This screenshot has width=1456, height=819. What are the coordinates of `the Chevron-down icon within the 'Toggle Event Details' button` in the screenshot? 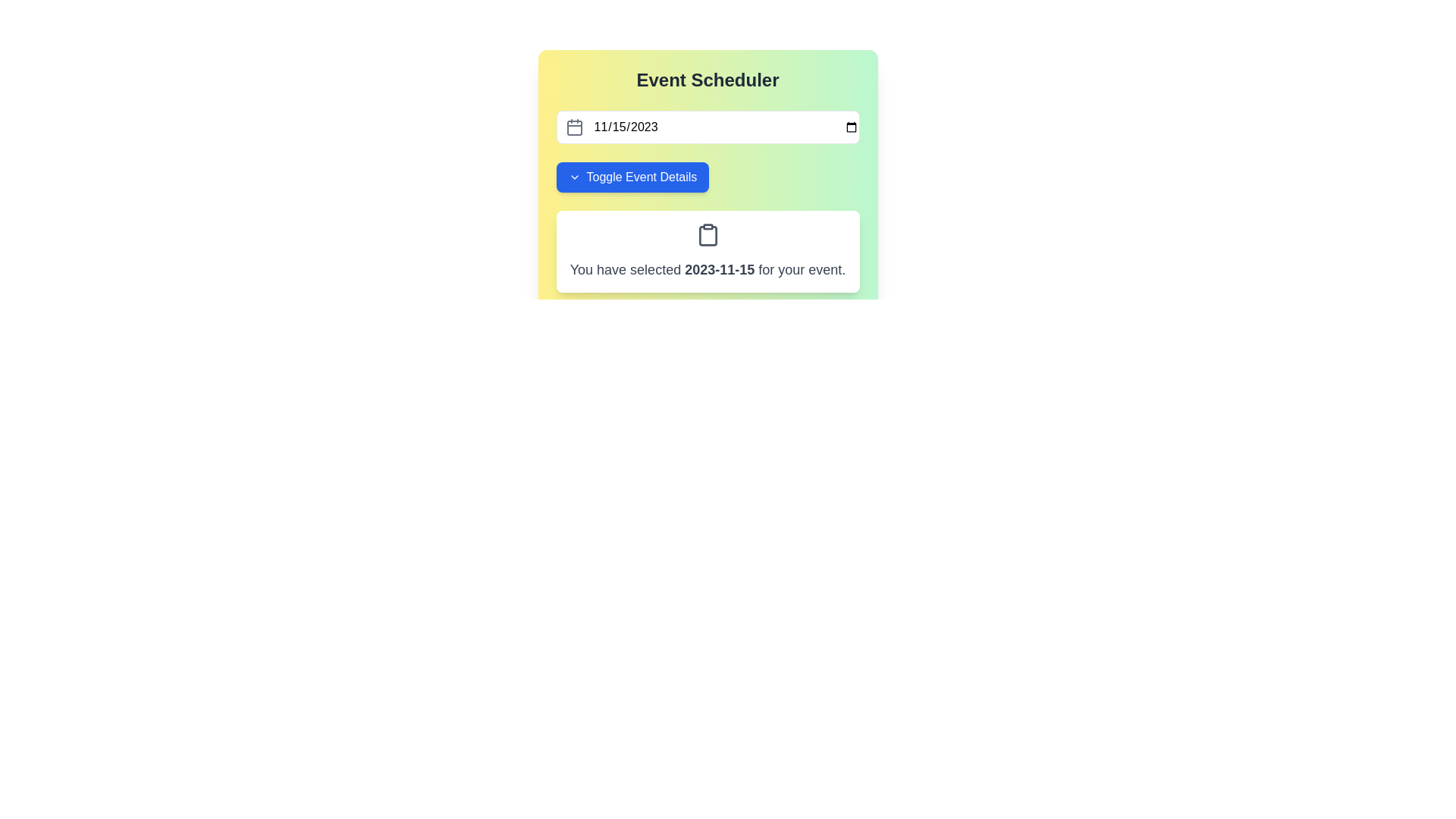 It's located at (573, 177).